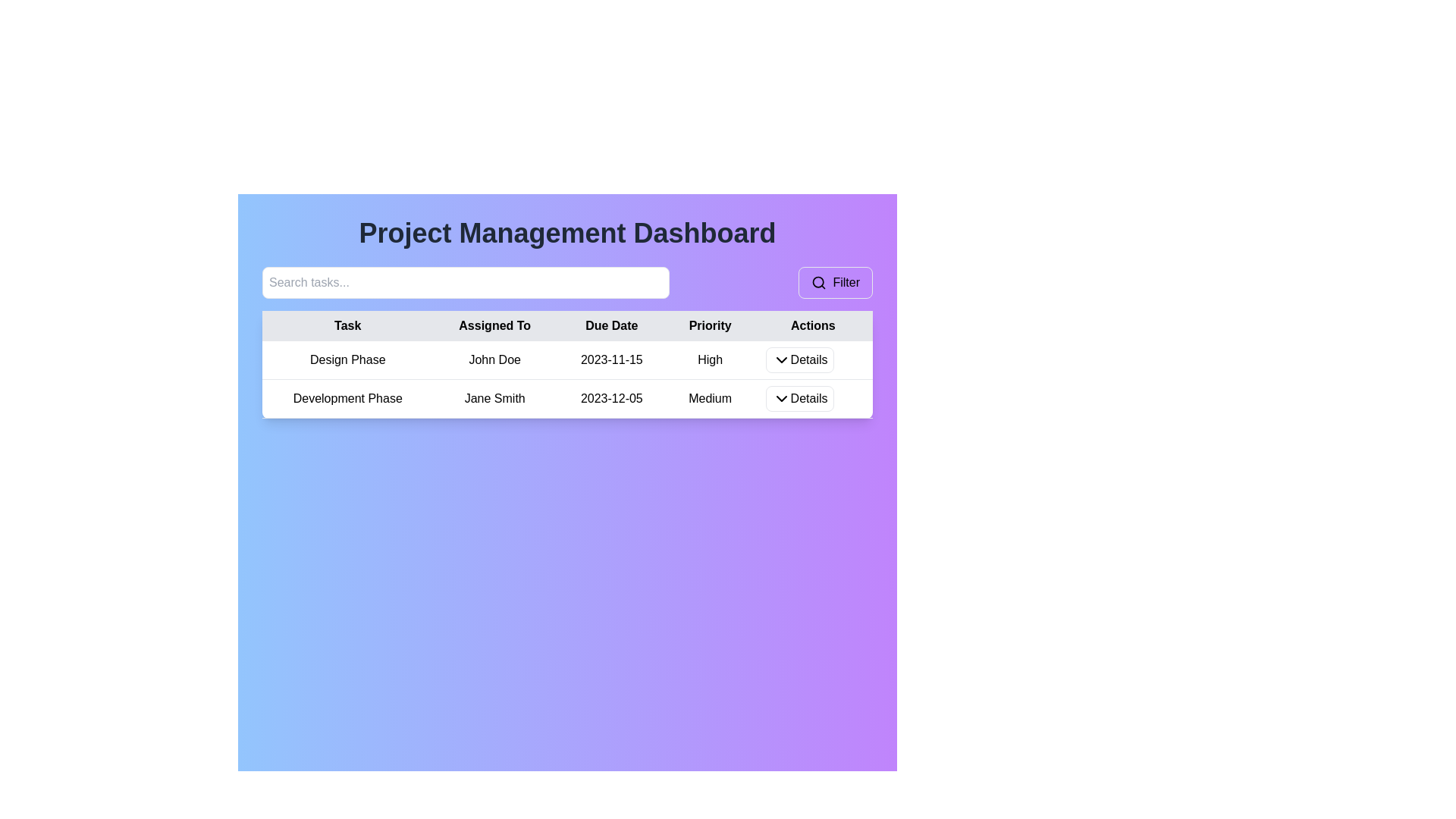  I want to click on the 'Medium' priority text label which indicates the priority level of the associated task in the second row of the table under the 'Priority' column, so click(709, 397).